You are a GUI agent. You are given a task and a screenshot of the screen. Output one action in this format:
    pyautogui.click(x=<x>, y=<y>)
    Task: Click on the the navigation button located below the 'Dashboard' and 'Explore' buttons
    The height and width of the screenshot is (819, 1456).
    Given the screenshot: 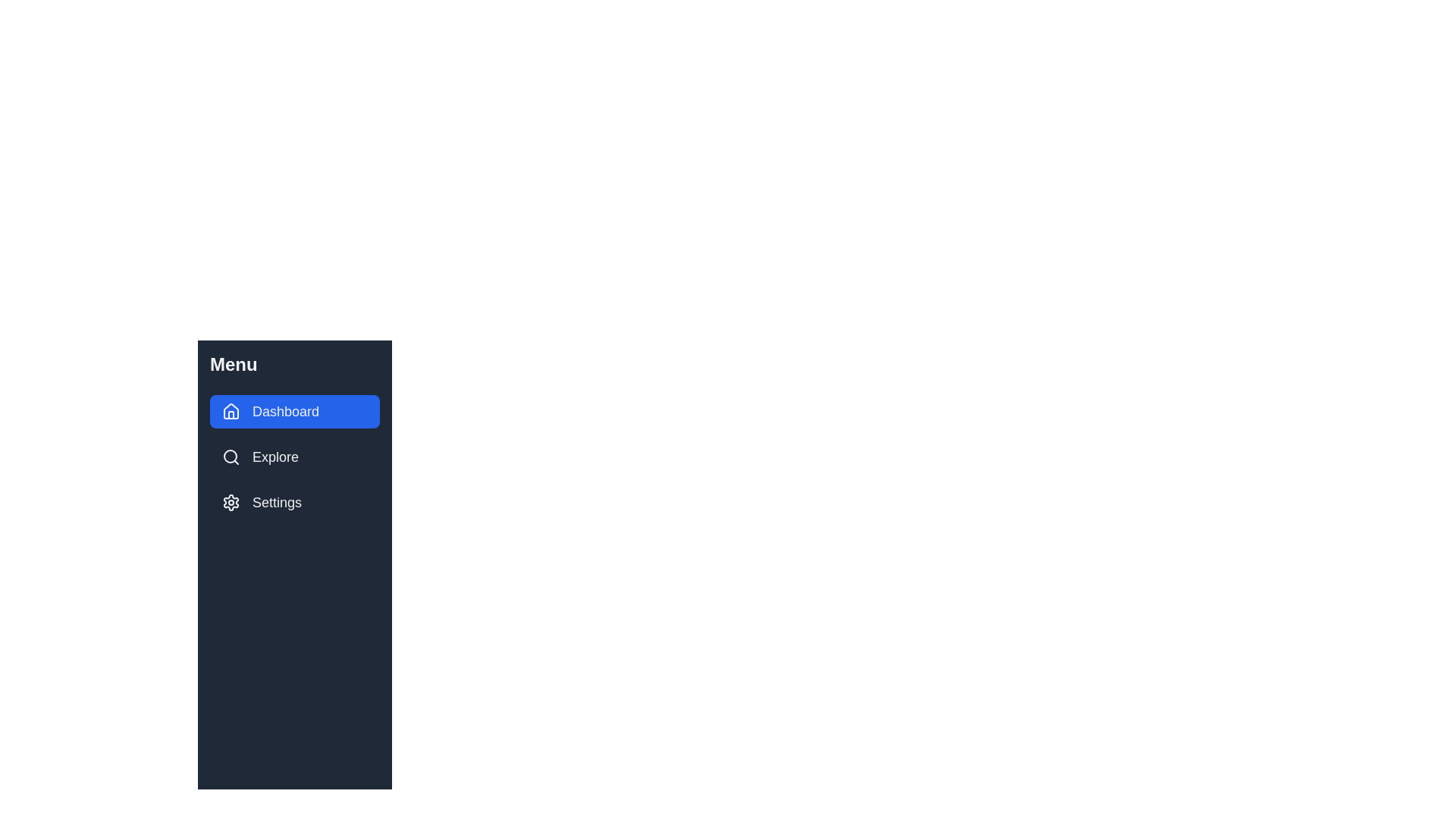 What is the action you would take?
    pyautogui.click(x=294, y=503)
    